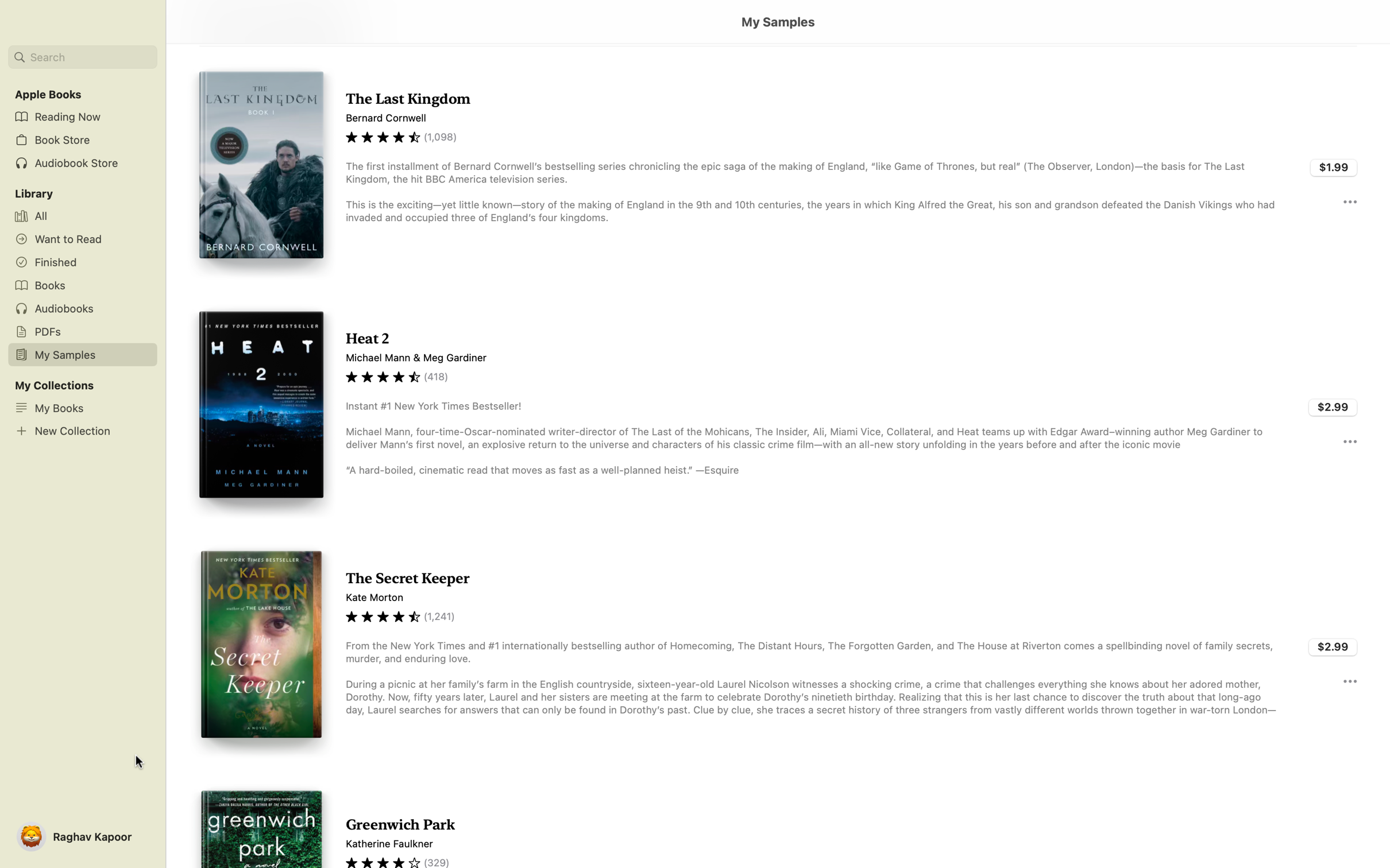  What do you see at coordinates (1333, 645) in the screenshot?
I see `Buy the book "Secret Keeper` at bounding box center [1333, 645].